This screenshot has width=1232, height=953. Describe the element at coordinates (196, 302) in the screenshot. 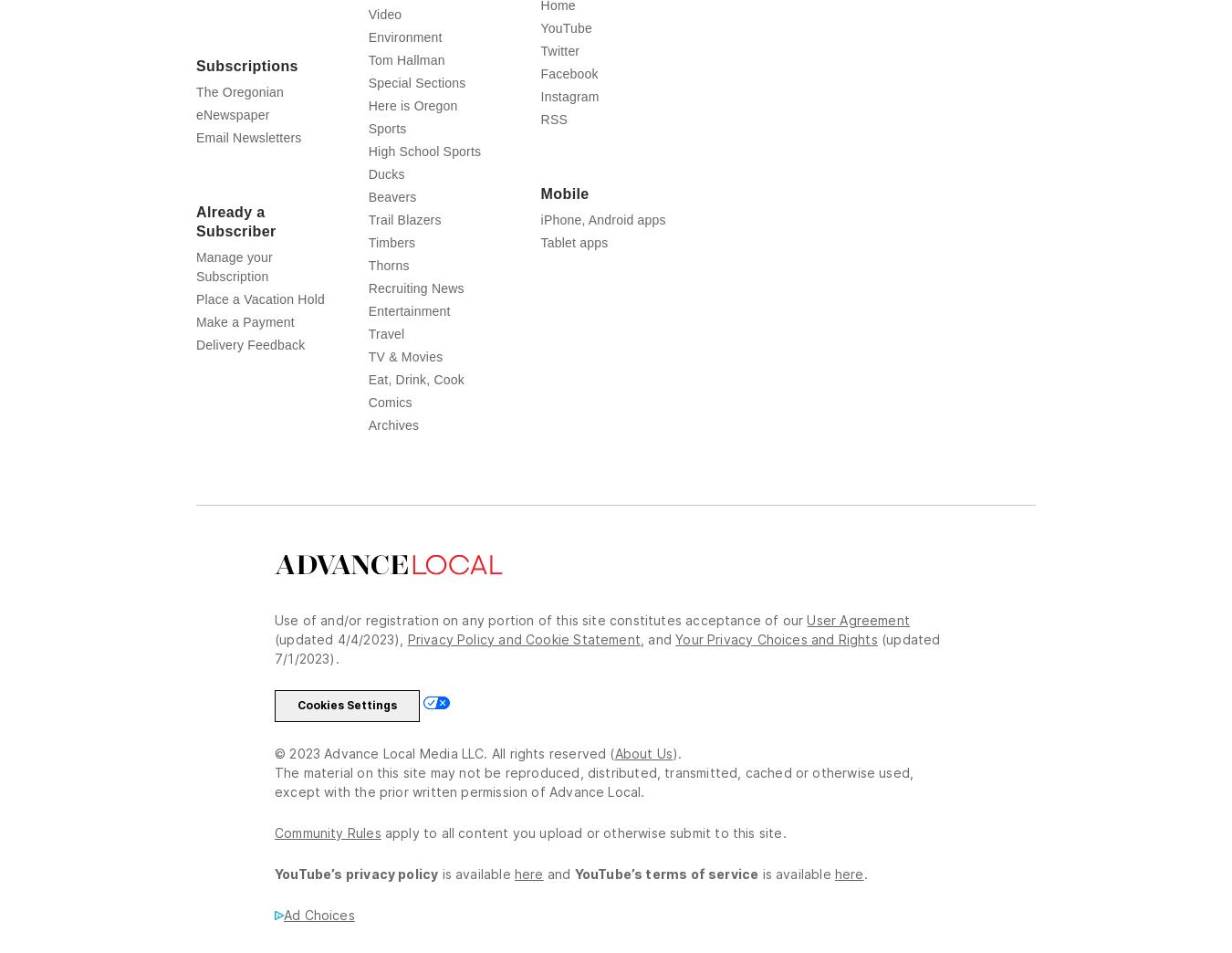

I see `'Manage your Subscription'` at that location.